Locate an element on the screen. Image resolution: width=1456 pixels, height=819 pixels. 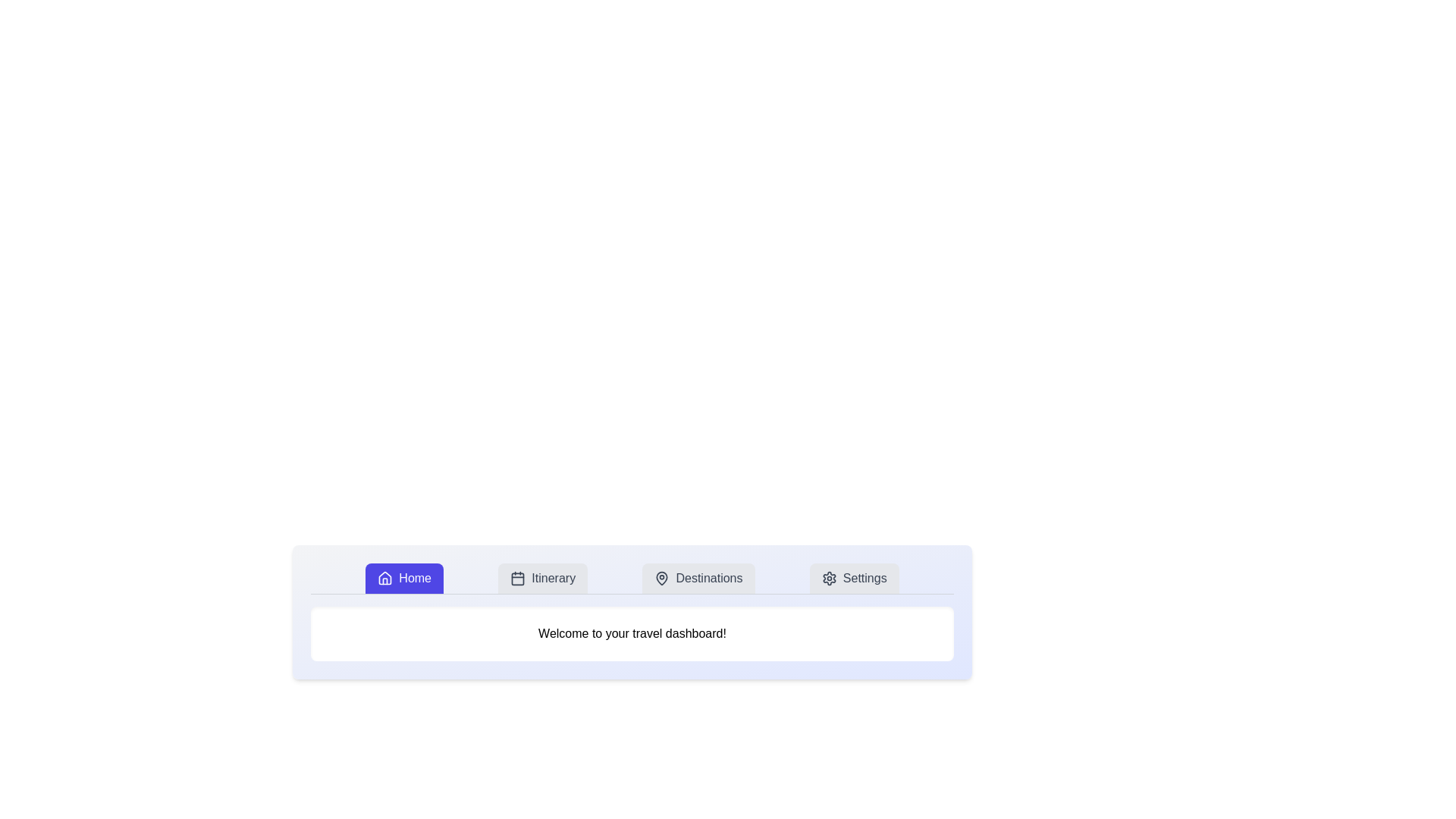
the gear icon located to the left of the 'Settings' text in the last button on the navigation bar is located at coordinates (828, 579).